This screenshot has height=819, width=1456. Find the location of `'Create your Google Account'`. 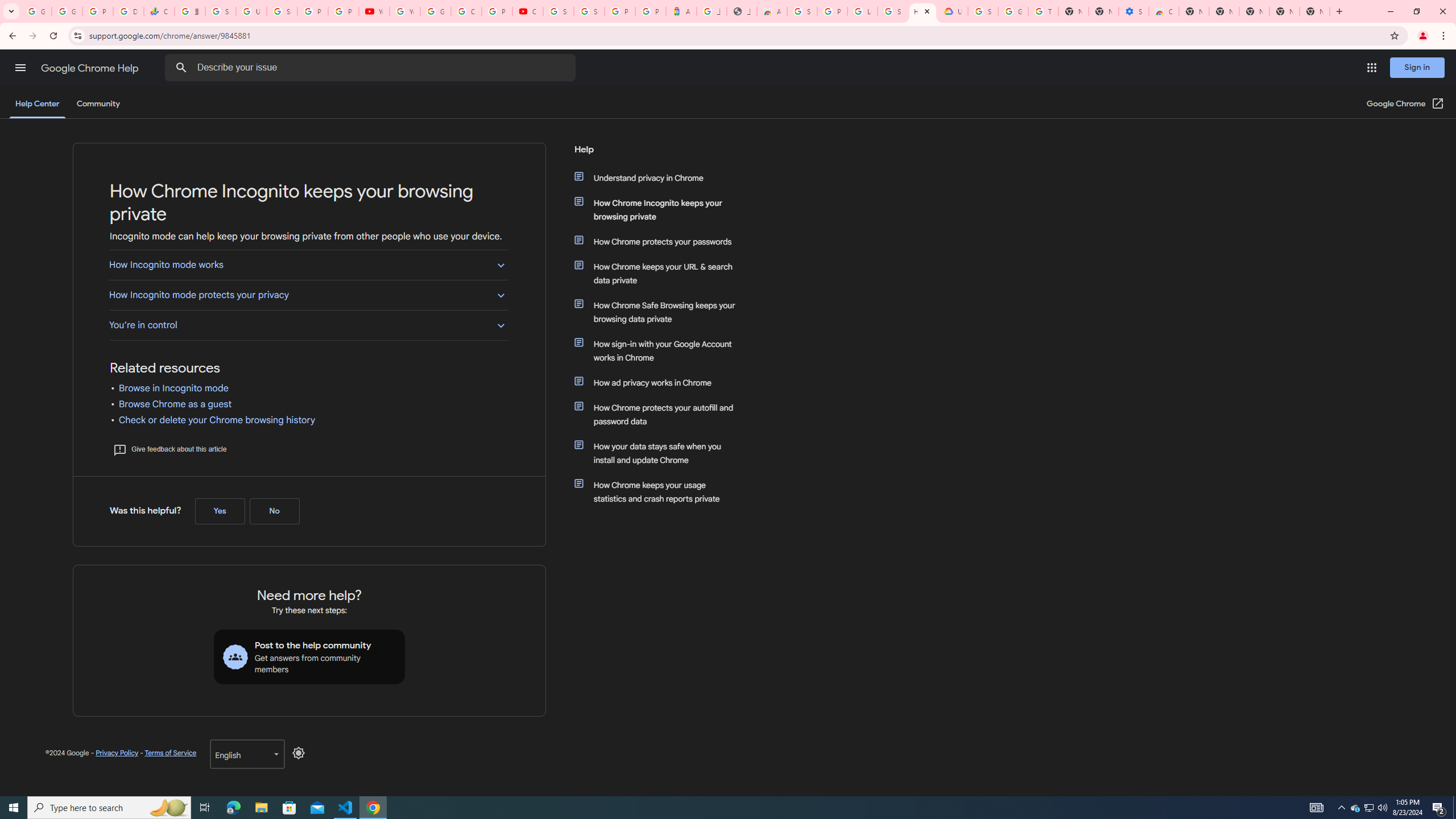

'Create your Google Account' is located at coordinates (466, 11).